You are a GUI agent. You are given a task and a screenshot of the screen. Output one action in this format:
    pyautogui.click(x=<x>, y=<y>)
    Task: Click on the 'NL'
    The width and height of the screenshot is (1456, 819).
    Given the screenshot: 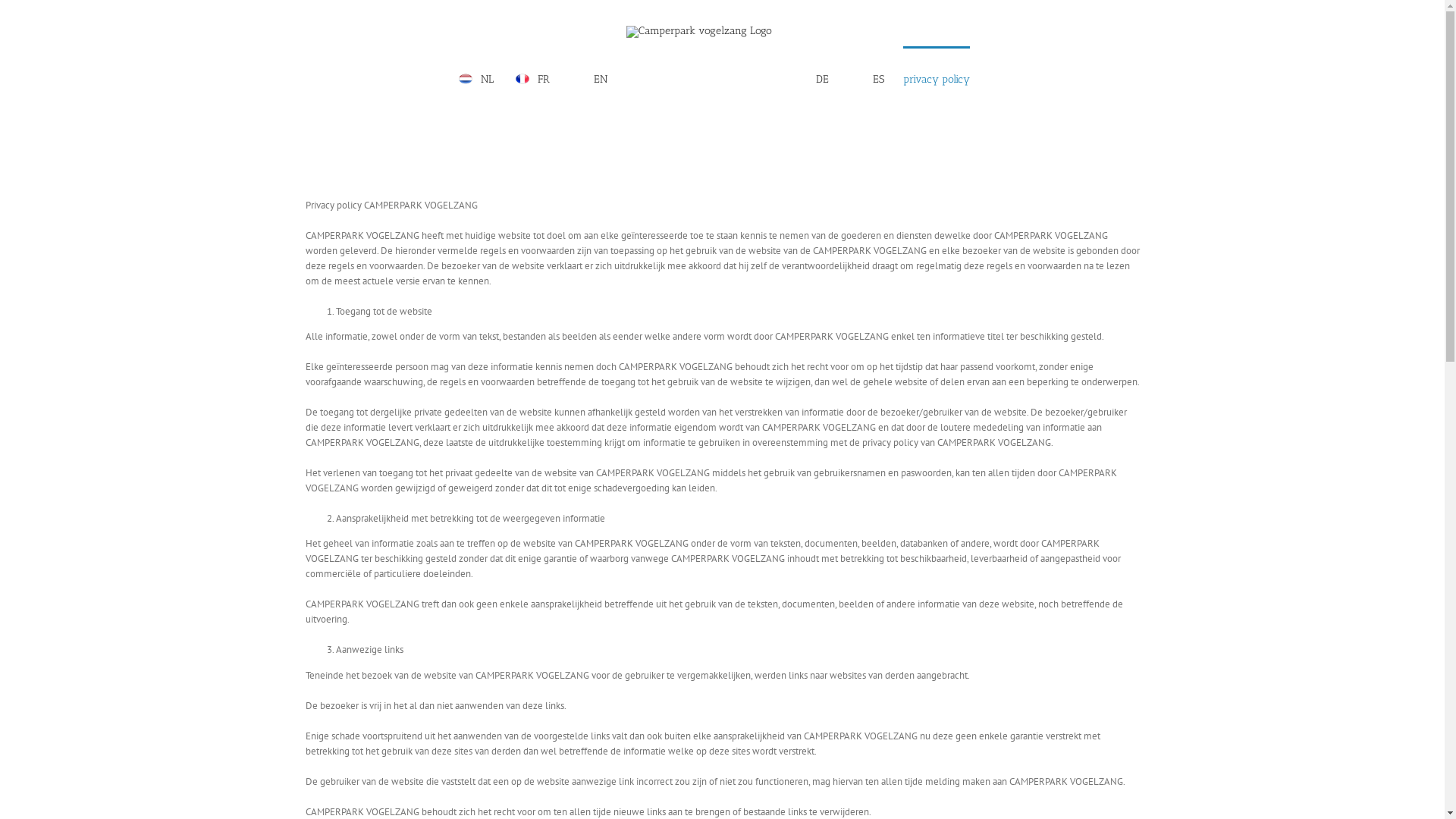 What is the action you would take?
    pyautogui.click(x=473, y=78)
    